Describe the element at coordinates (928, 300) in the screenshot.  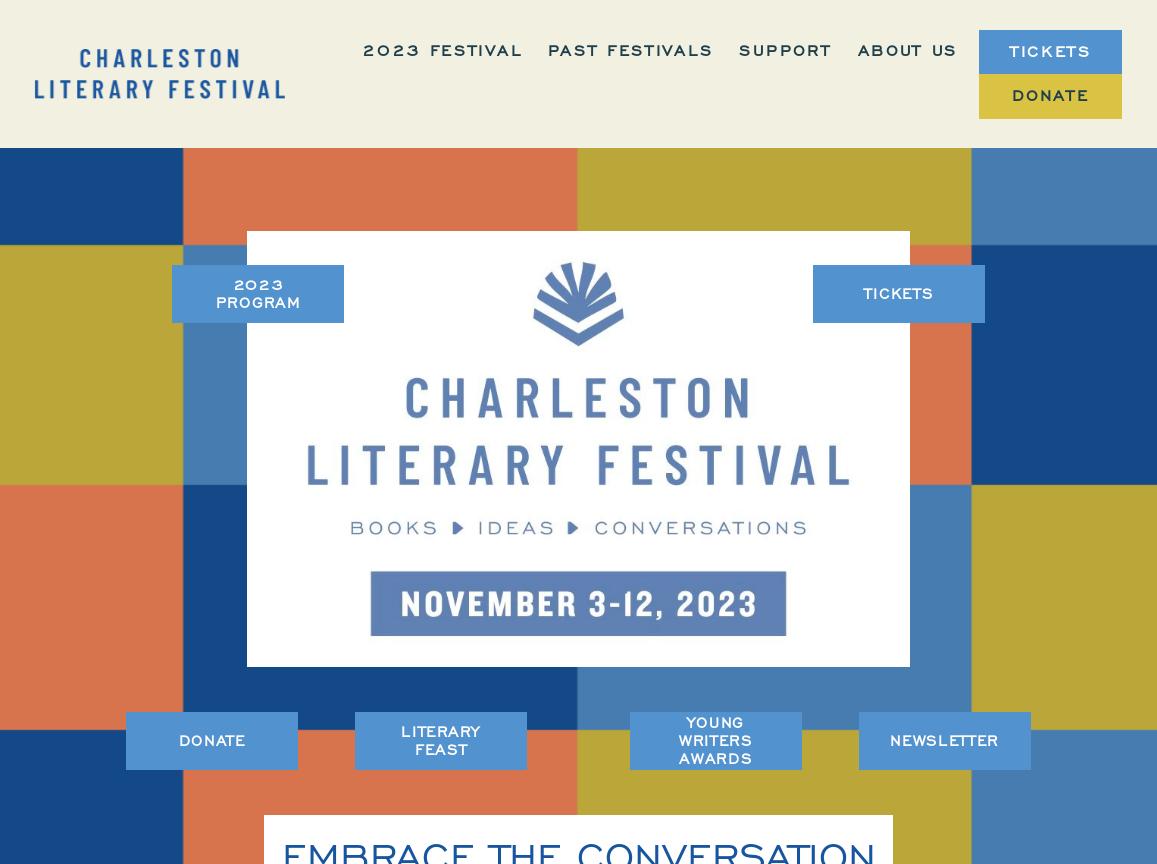
I see `'News'` at that location.